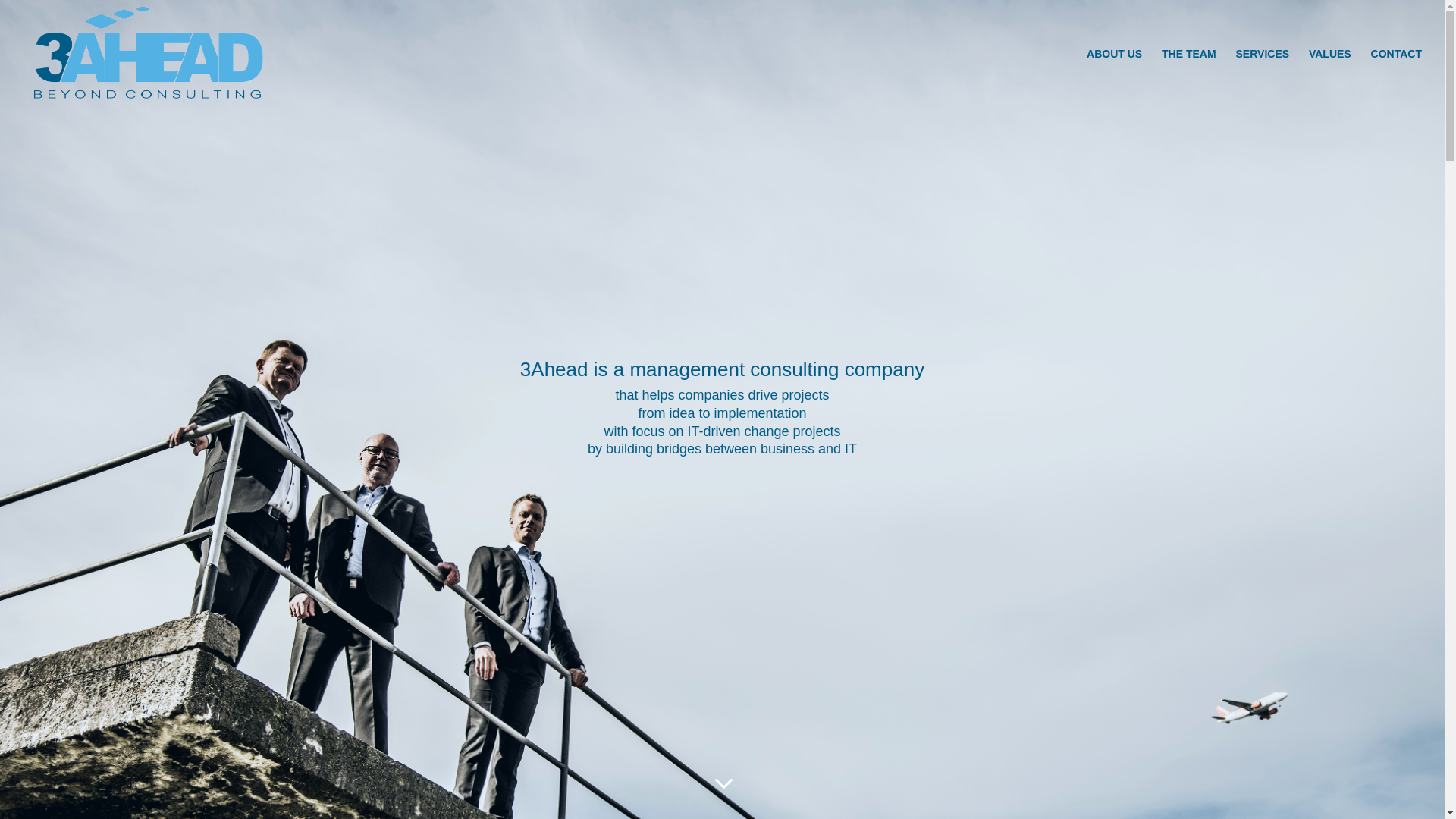  Describe the element at coordinates (1236, 78) in the screenshot. I see `'SERVICES'` at that location.